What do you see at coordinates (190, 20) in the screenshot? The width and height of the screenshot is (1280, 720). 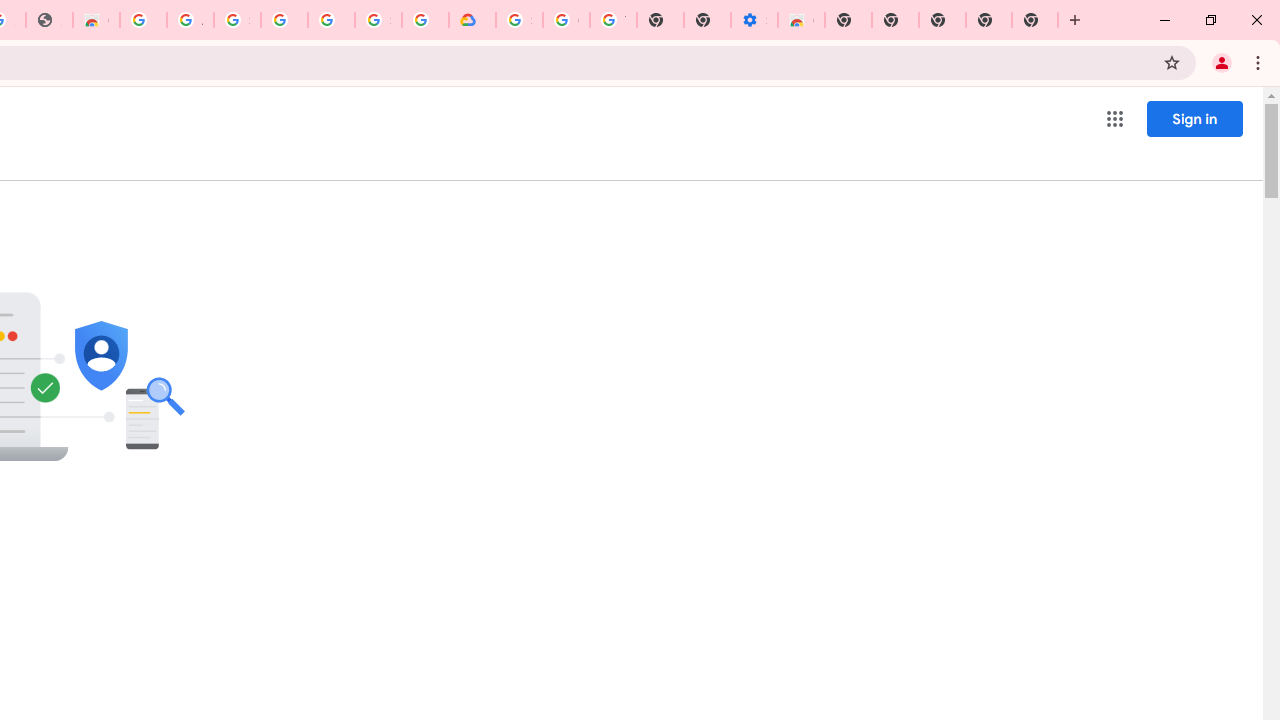 I see `'Ad Settings'` at bounding box center [190, 20].